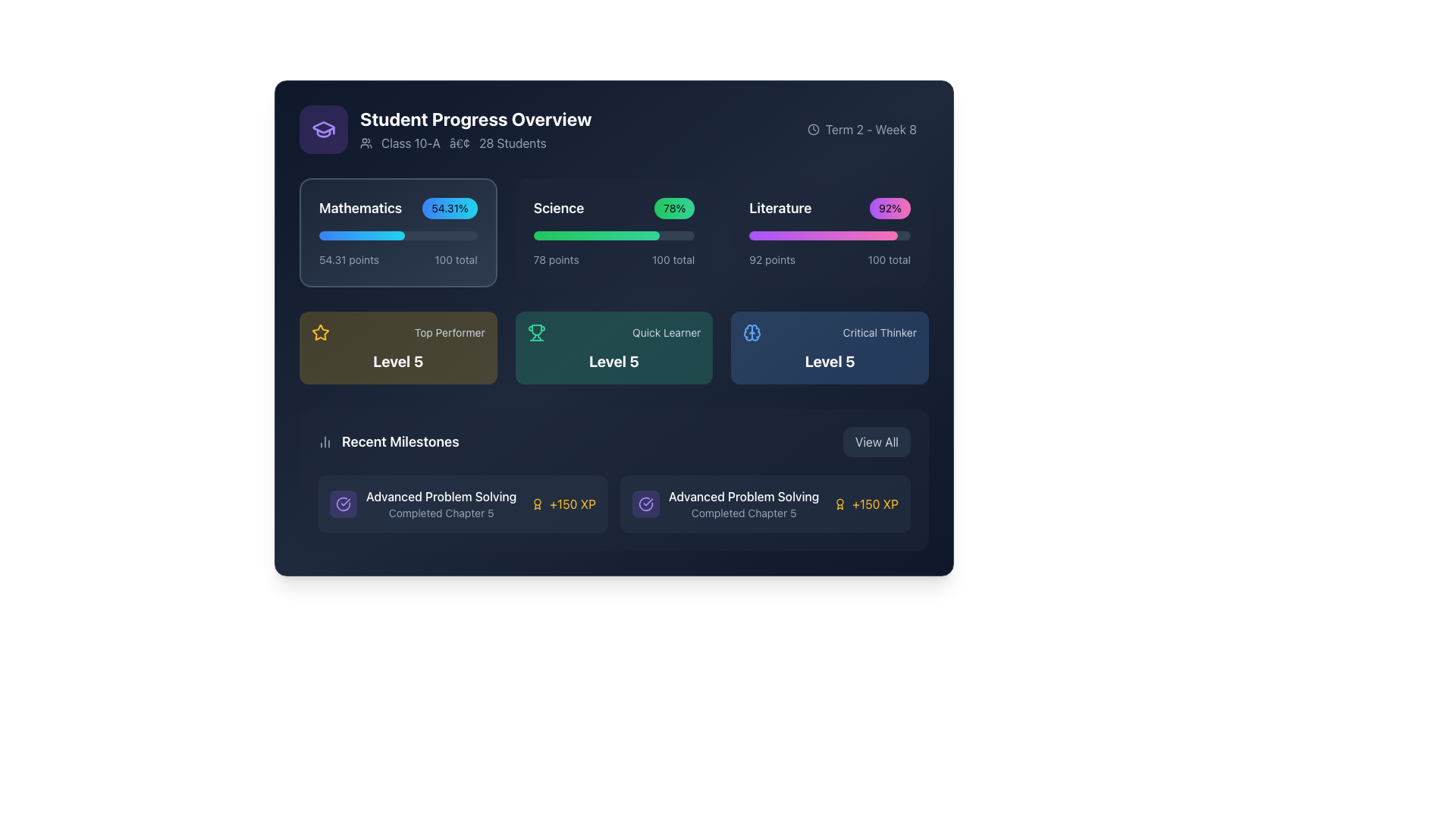  I want to click on the static text label that conveys information about the current term and week progress, located in the top-right section of the interface adjacent to a clock icon, so click(871, 128).